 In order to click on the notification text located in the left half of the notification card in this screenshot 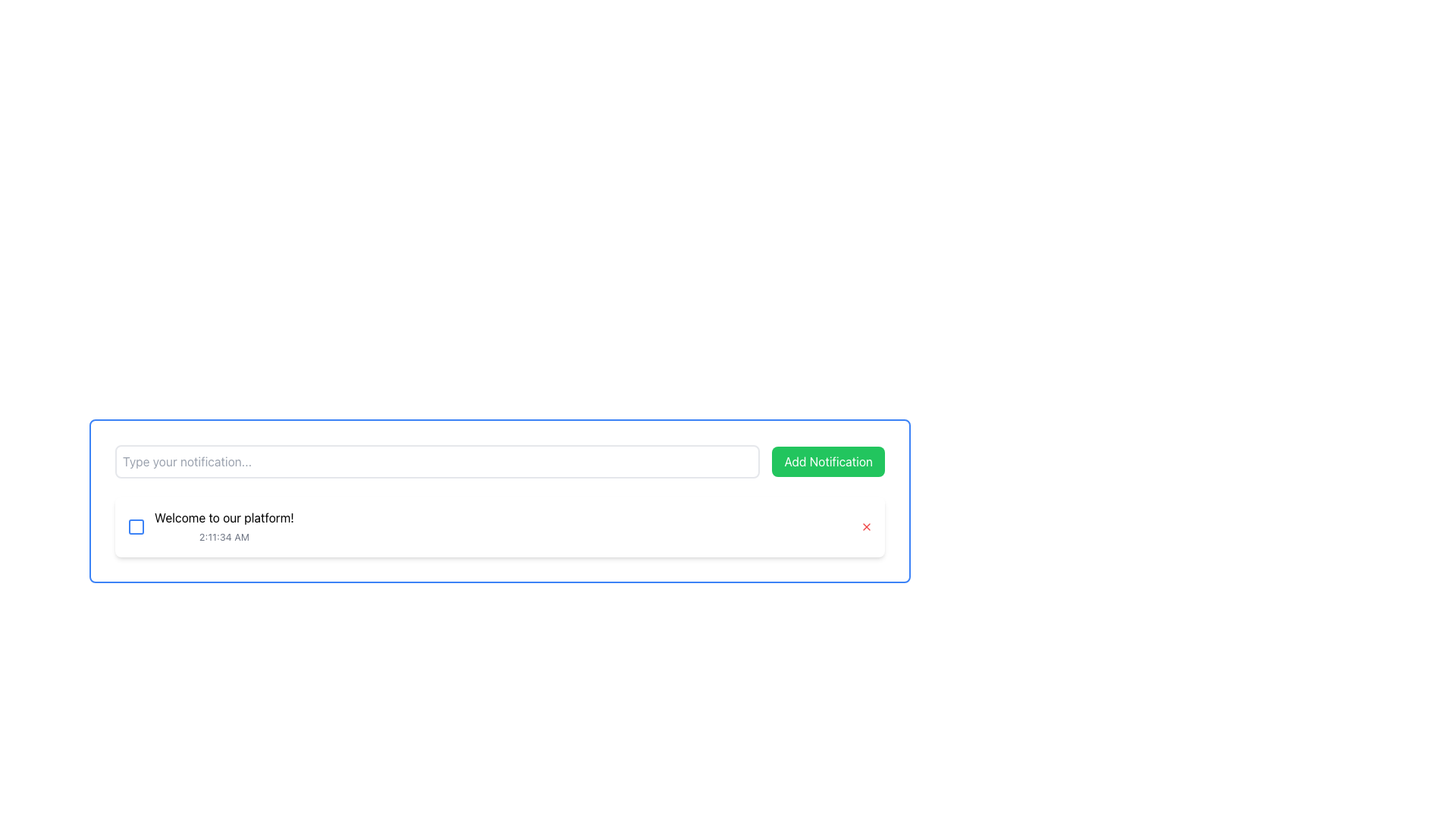, I will do `click(210, 526)`.